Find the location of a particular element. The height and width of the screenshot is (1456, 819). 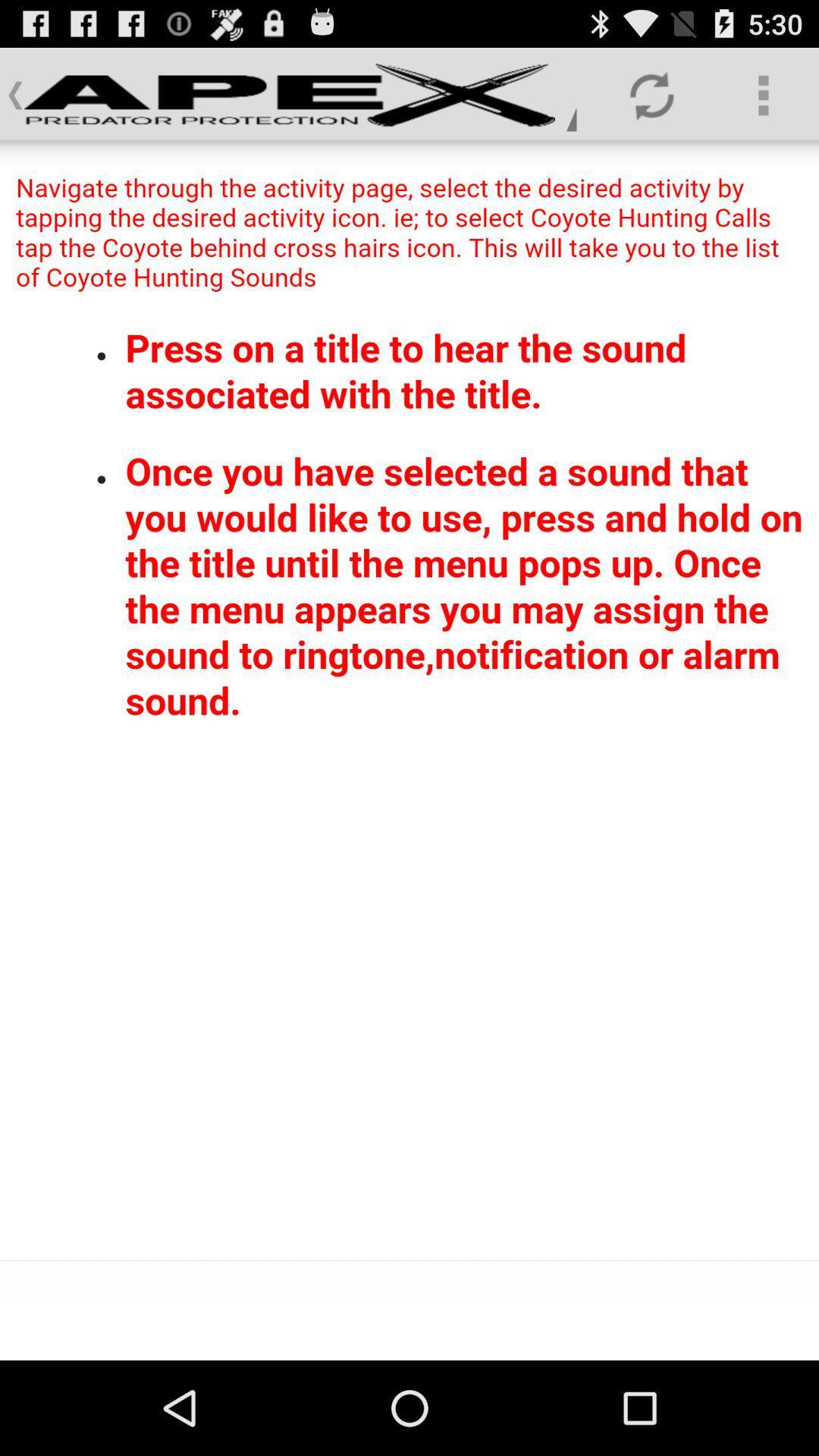

click the screen is located at coordinates (409, 701).